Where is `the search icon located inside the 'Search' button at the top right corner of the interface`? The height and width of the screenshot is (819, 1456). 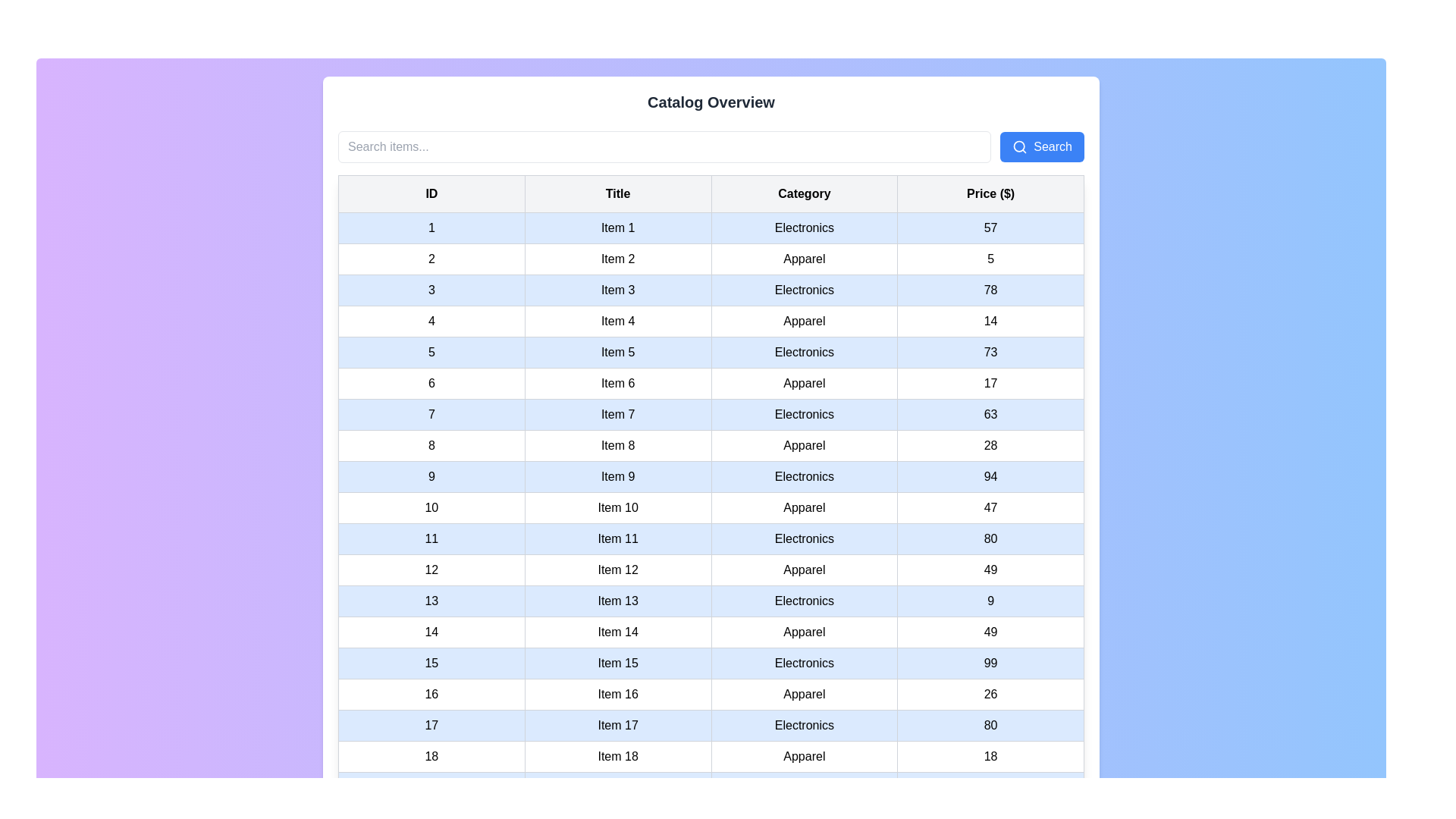 the search icon located inside the 'Search' button at the top right corner of the interface is located at coordinates (1020, 146).